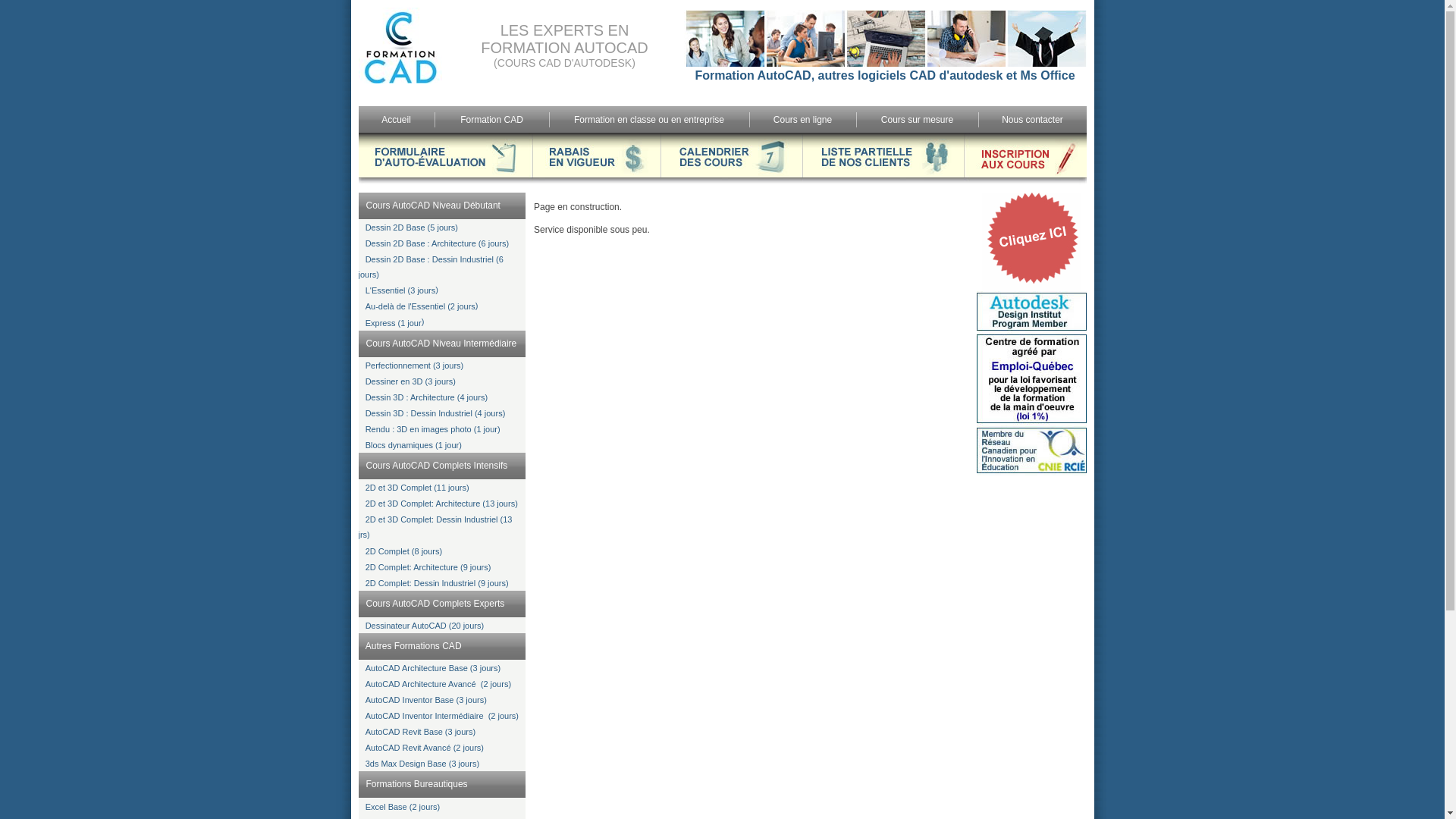 This screenshot has width=1456, height=819. I want to click on 'Dessiner en 3D (3 jours)', so click(410, 380).